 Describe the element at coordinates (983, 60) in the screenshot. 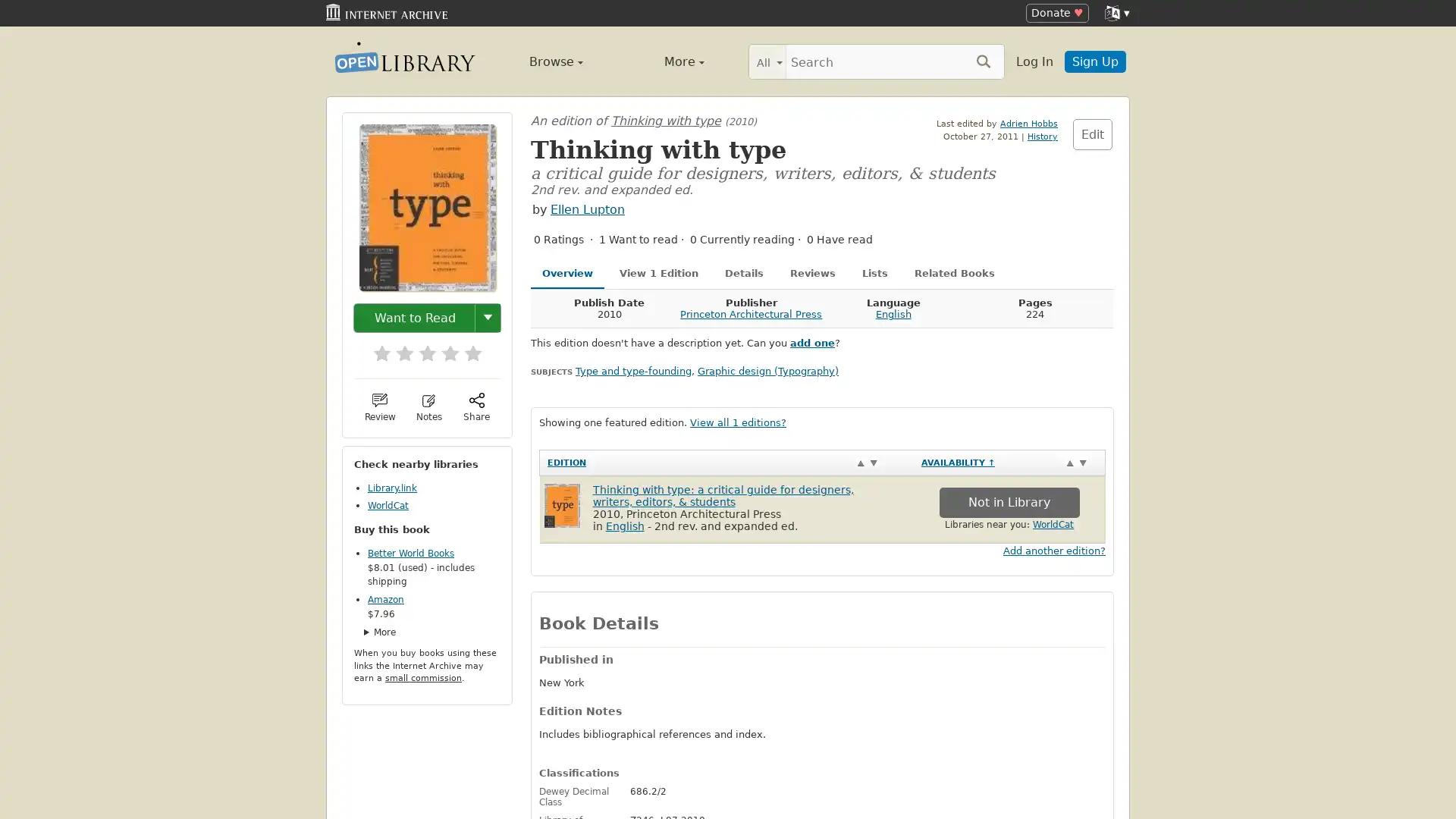

I see `Search submit` at that location.